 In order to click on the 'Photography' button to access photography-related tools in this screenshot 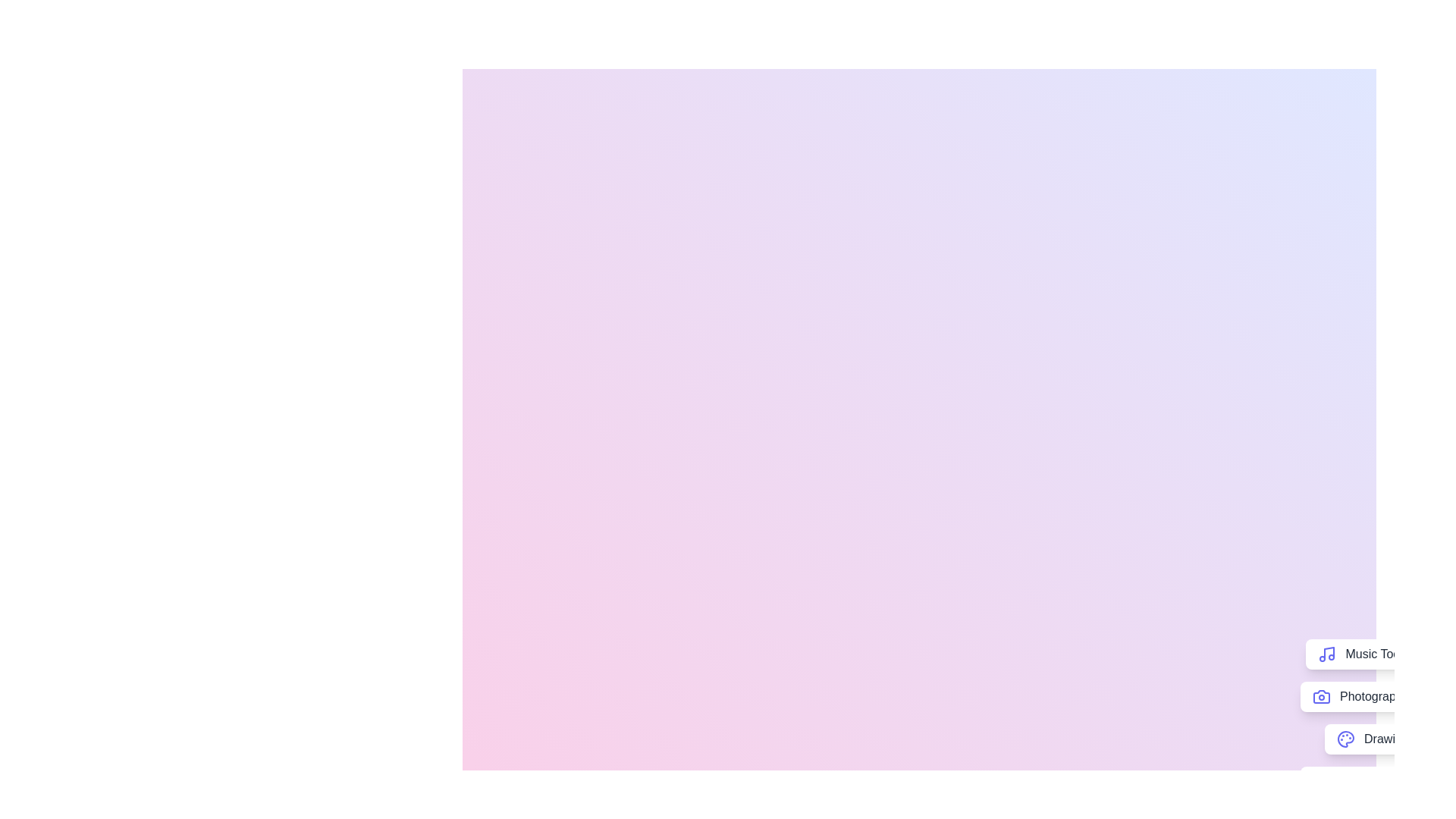, I will do `click(1360, 696)`.